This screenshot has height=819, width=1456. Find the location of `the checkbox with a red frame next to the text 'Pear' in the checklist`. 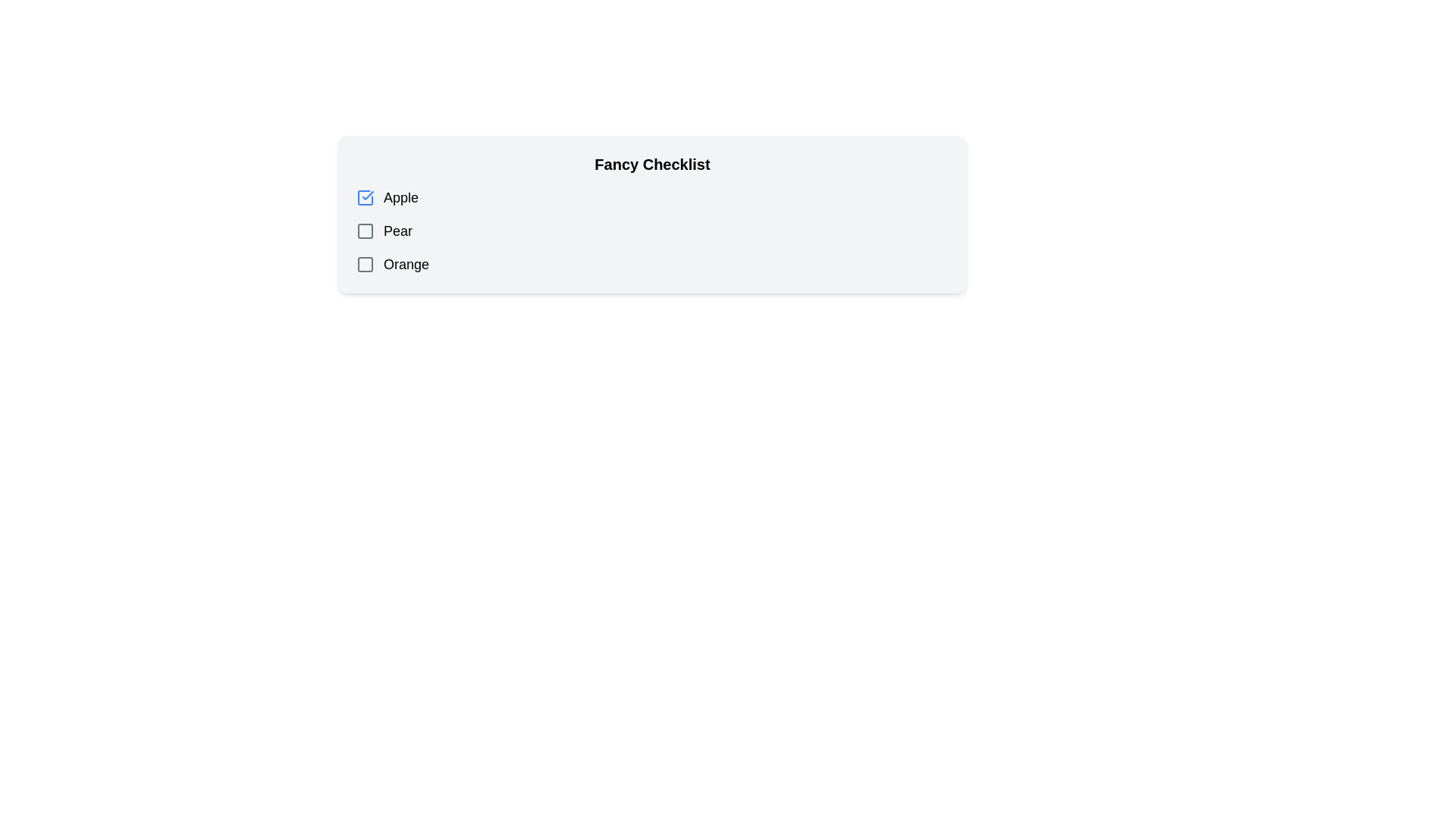

the checkbox with a red frame next to the text 'Pear' in the checklist is located at coordinates (365, 231).